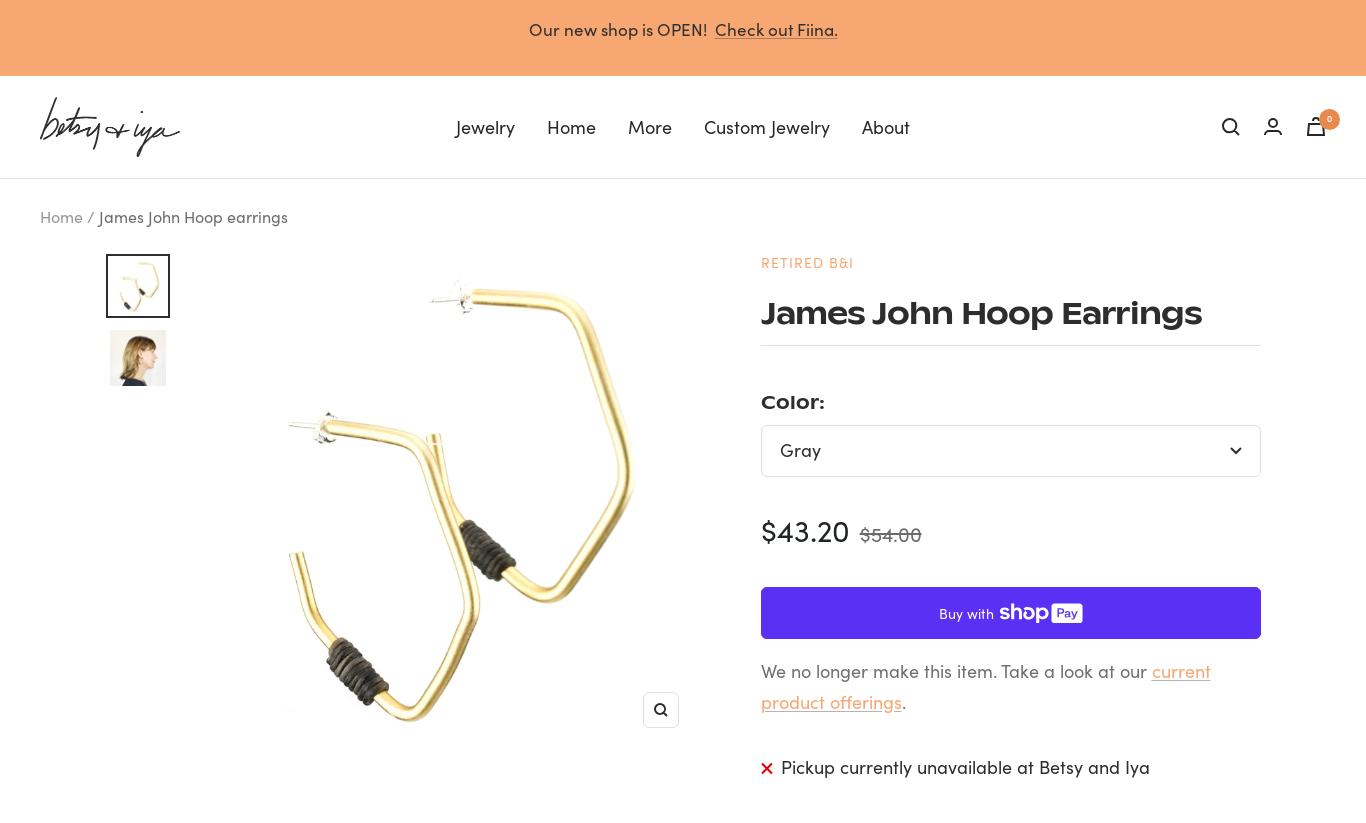 The height and width of the screenshot is (823, 1366). I want to click on 'Cards', so click(671, 232).